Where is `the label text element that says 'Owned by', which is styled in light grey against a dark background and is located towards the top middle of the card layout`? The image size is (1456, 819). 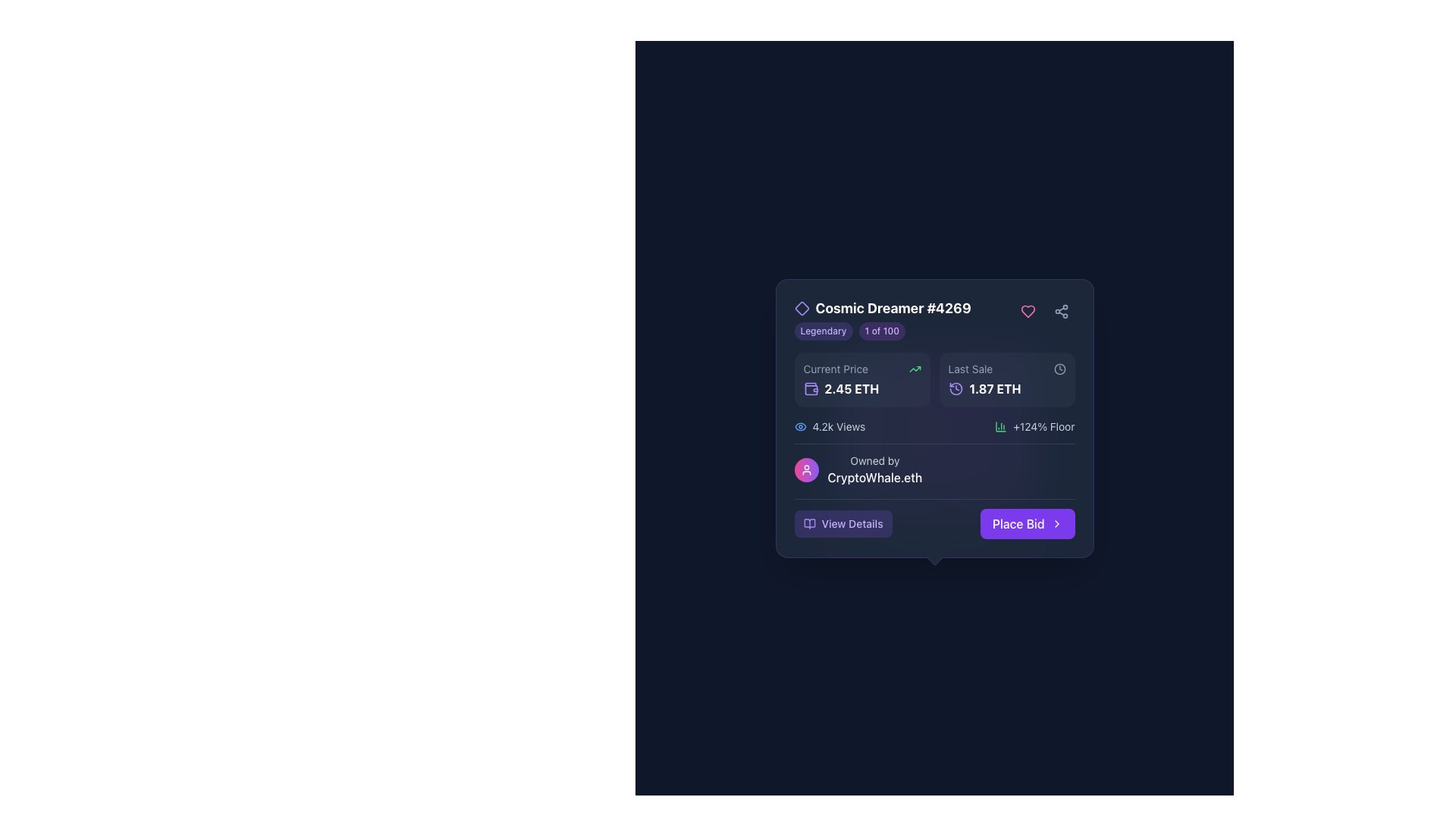 the label text element that says 'Owned by', which is styled in light grey against a dark background and is located towards the top middle of the card layout is located at coordinates (874, 460).